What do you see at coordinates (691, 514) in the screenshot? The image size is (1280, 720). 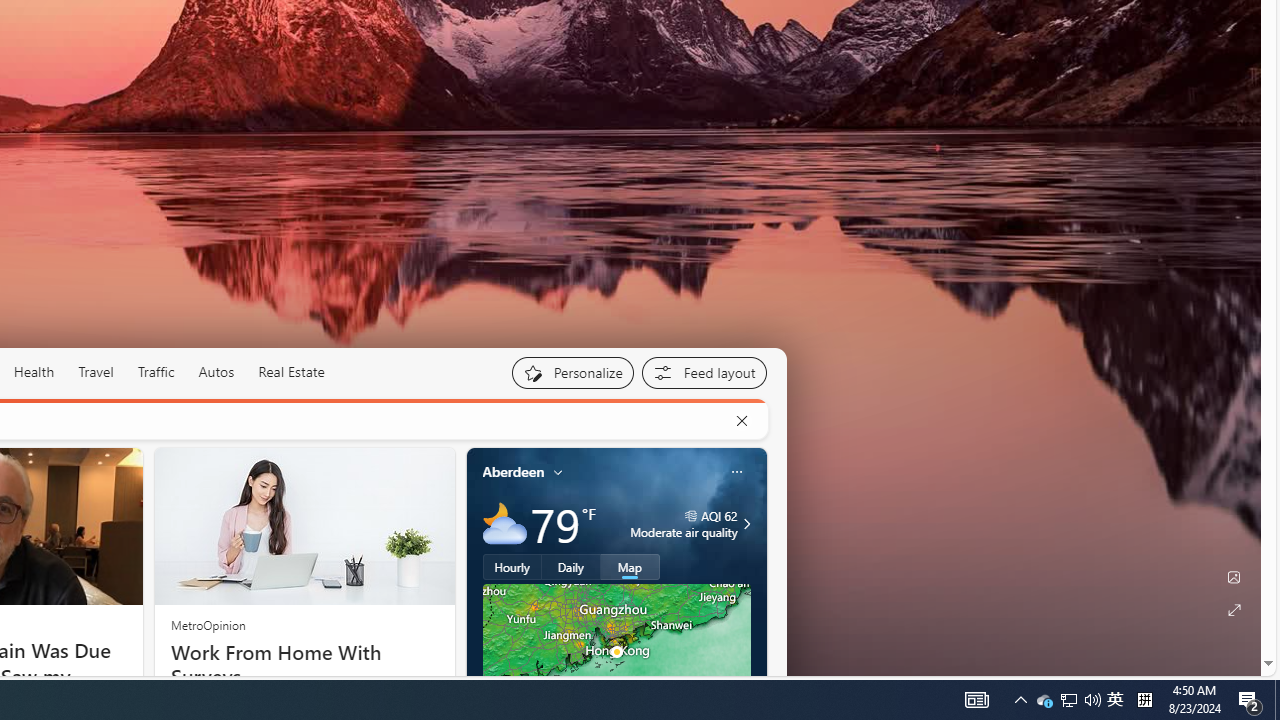 I see `'aqi-icon'` at bounding box center [691, 514].